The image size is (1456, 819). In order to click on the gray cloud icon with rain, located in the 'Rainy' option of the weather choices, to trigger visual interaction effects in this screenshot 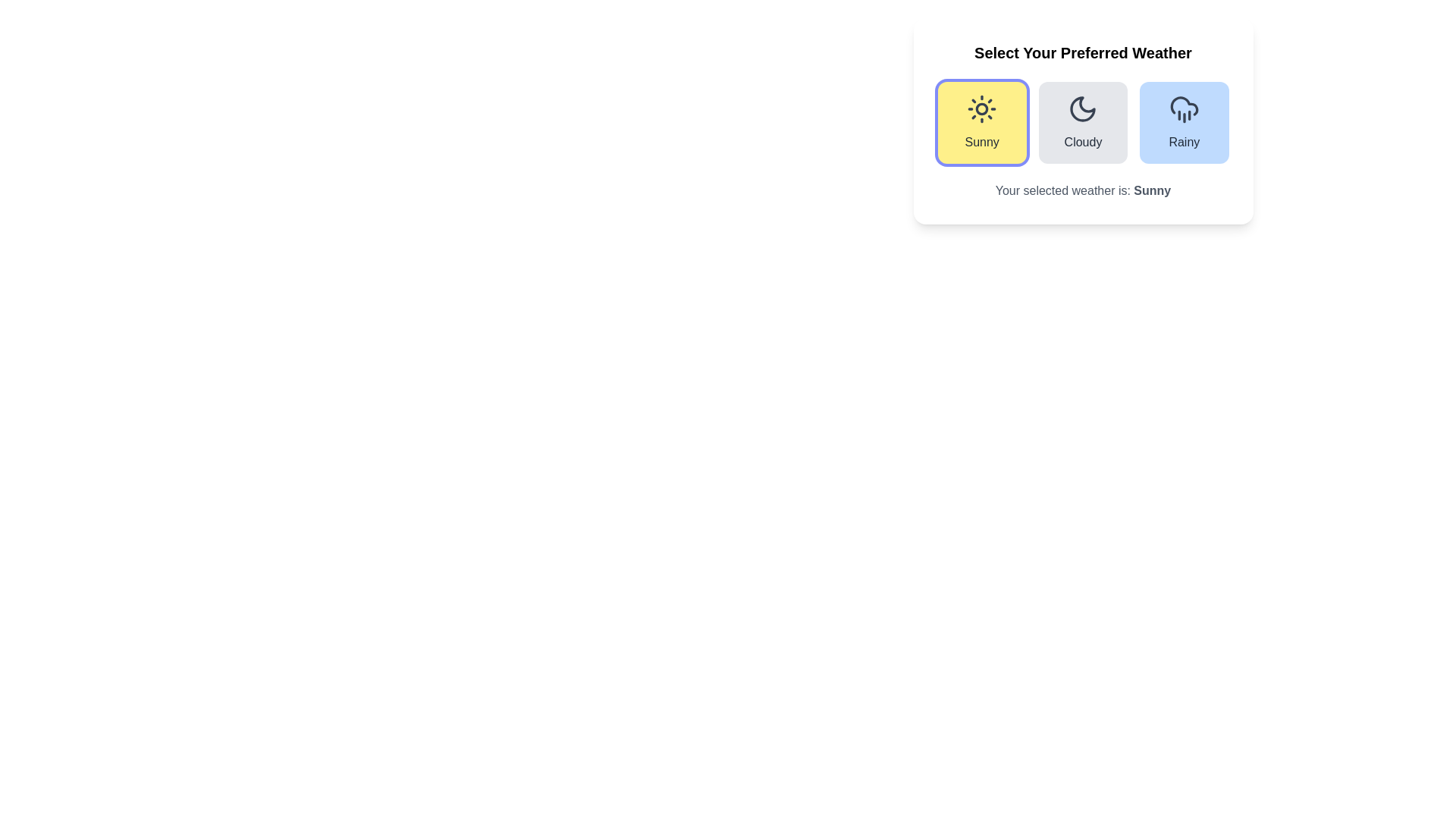, I will do `click(1183, 108)`.